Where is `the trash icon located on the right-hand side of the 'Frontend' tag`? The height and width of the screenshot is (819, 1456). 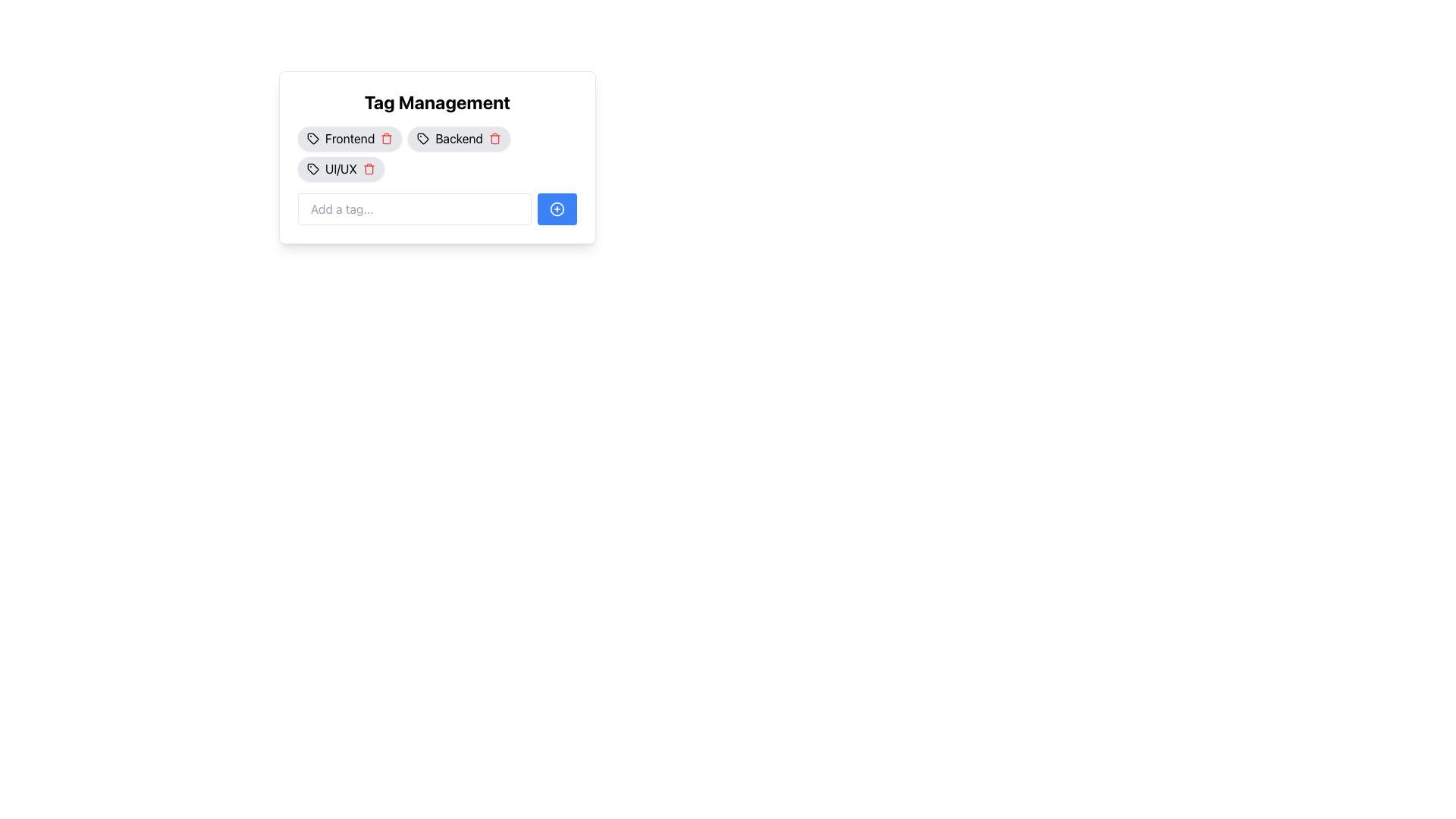
the trash icon located on the right-hand side of the 'Frontend' tag is located at coordinates (387, 138).